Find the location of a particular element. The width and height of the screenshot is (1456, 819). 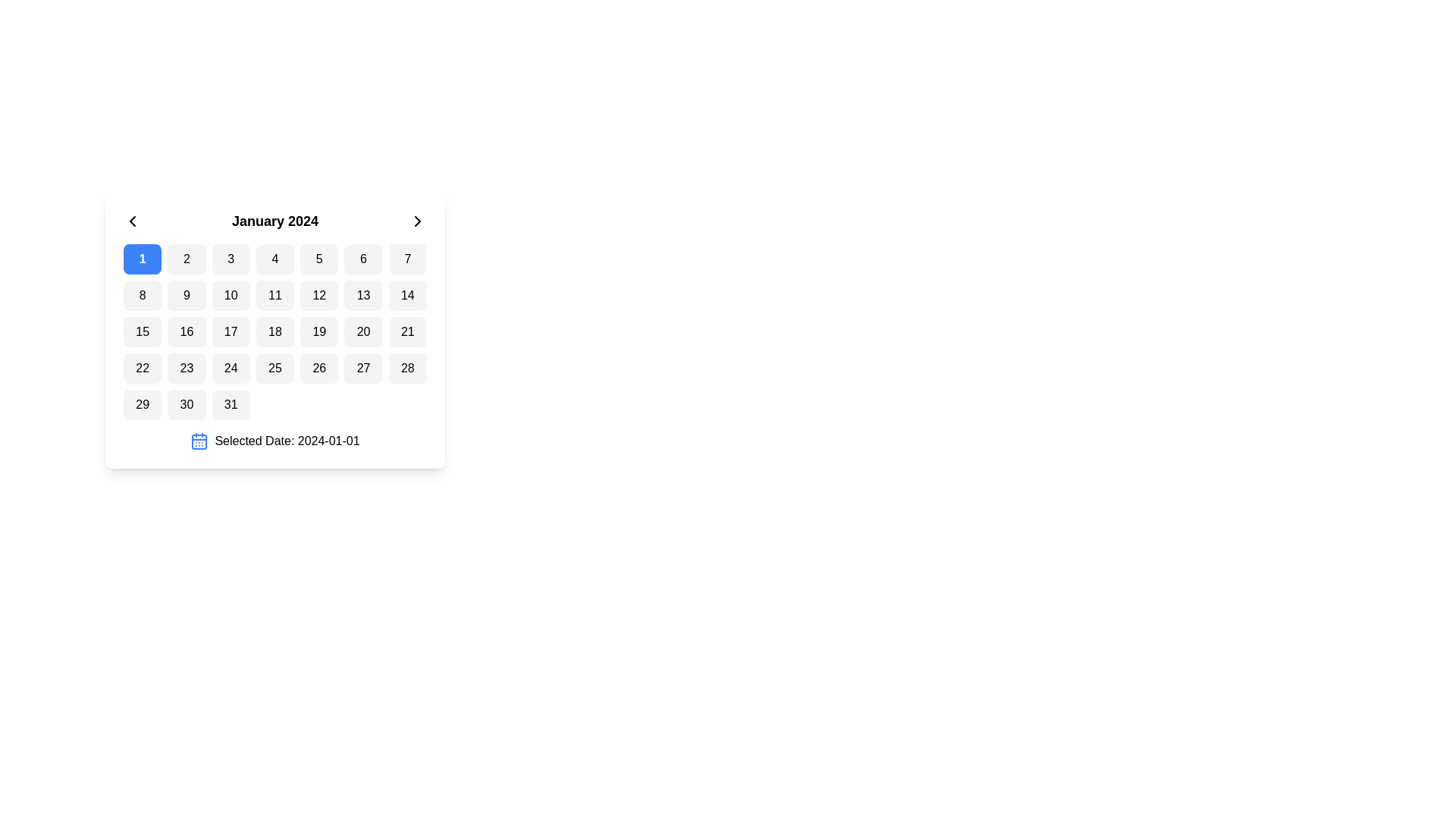

the button displaying '23' in a date selection calendar interface is located at coordinates (186, 369).